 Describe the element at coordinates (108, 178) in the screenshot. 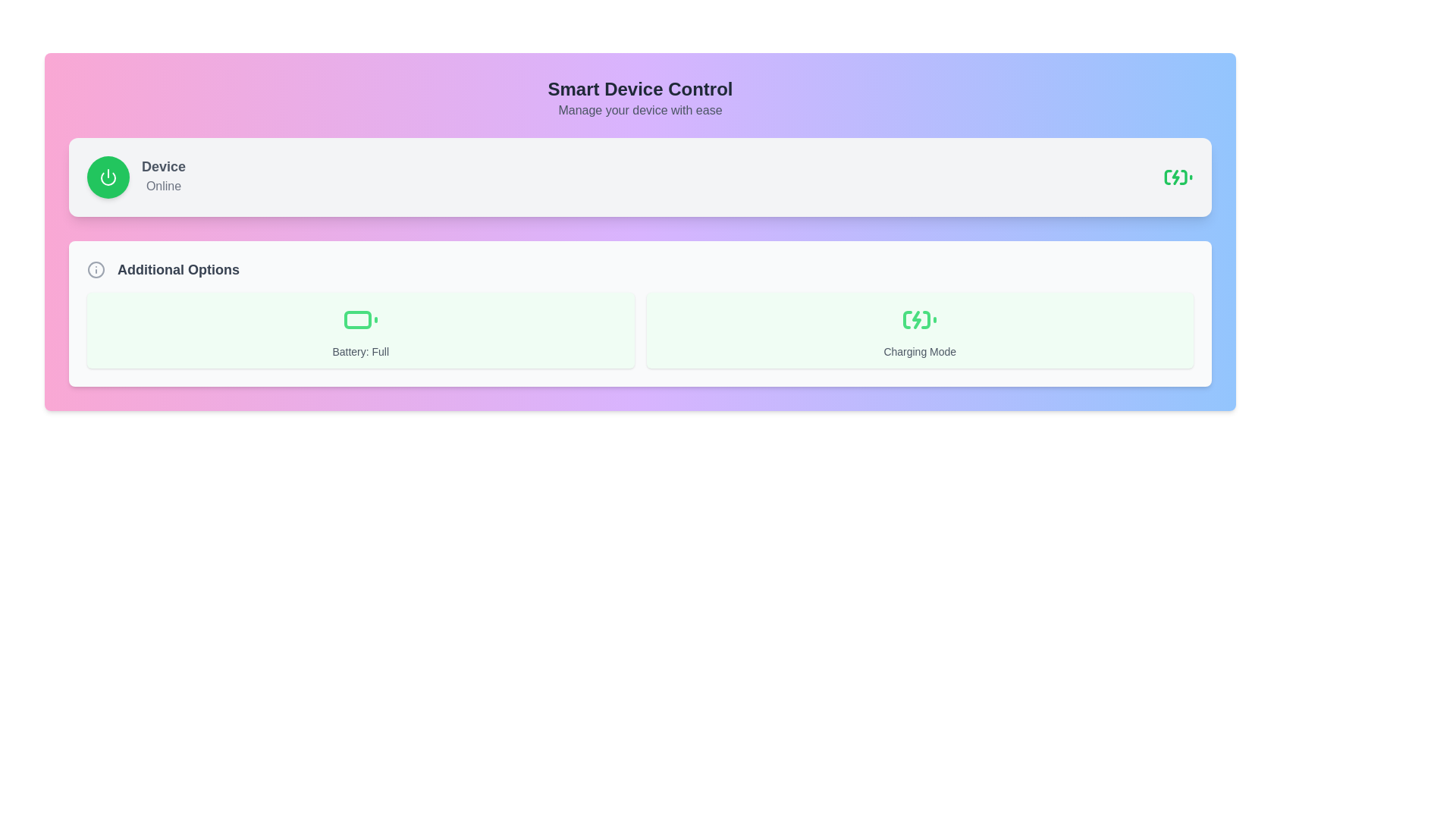

I see `SVG element representing the semi-circular arc shape of the icon with a green stroke color, located within the circular icon on the left side of the 'Device' rectangle, by hovering over its center` at that location.